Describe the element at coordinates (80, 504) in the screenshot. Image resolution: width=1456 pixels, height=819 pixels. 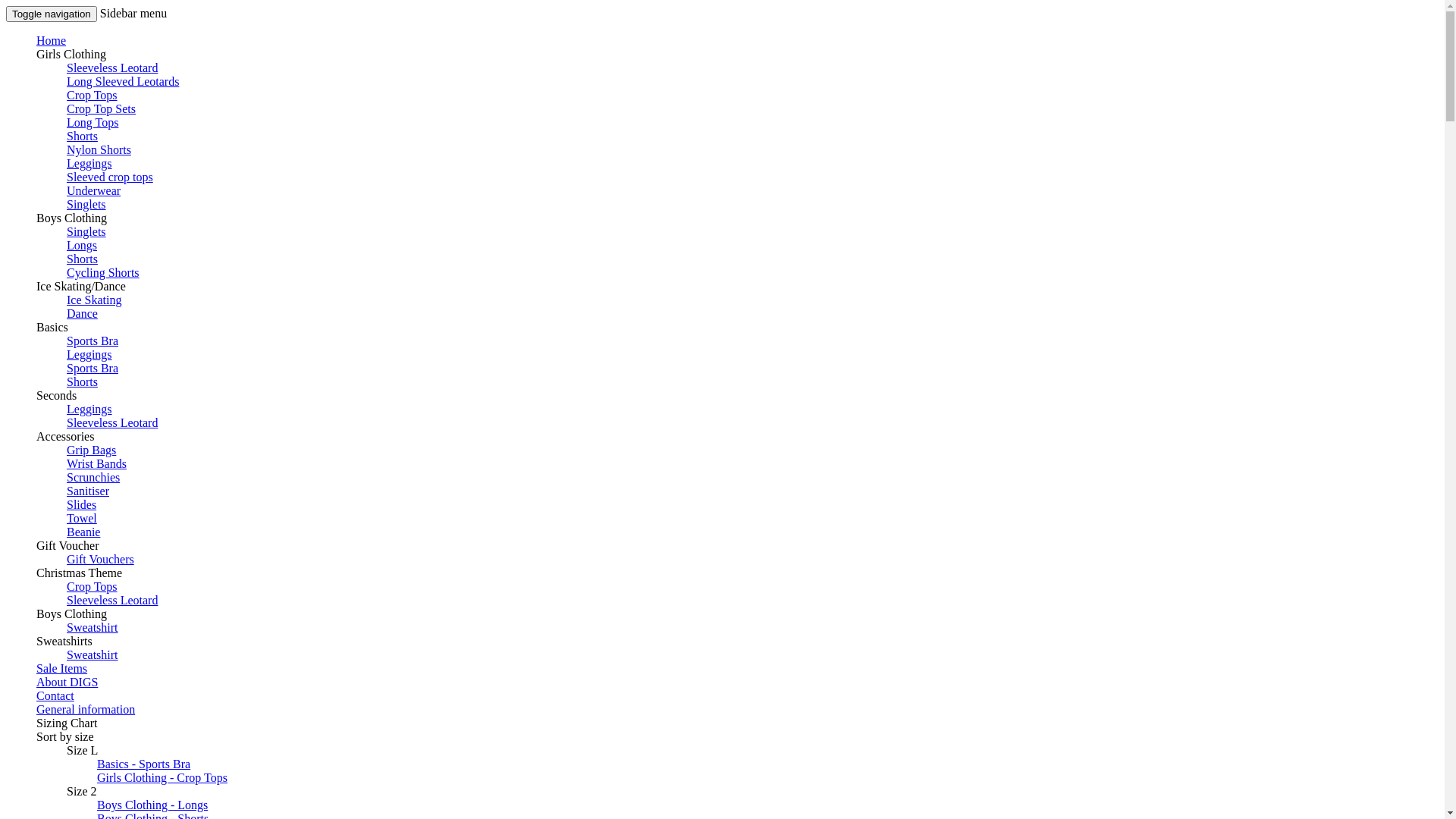
I see `'Slides'` at that location.